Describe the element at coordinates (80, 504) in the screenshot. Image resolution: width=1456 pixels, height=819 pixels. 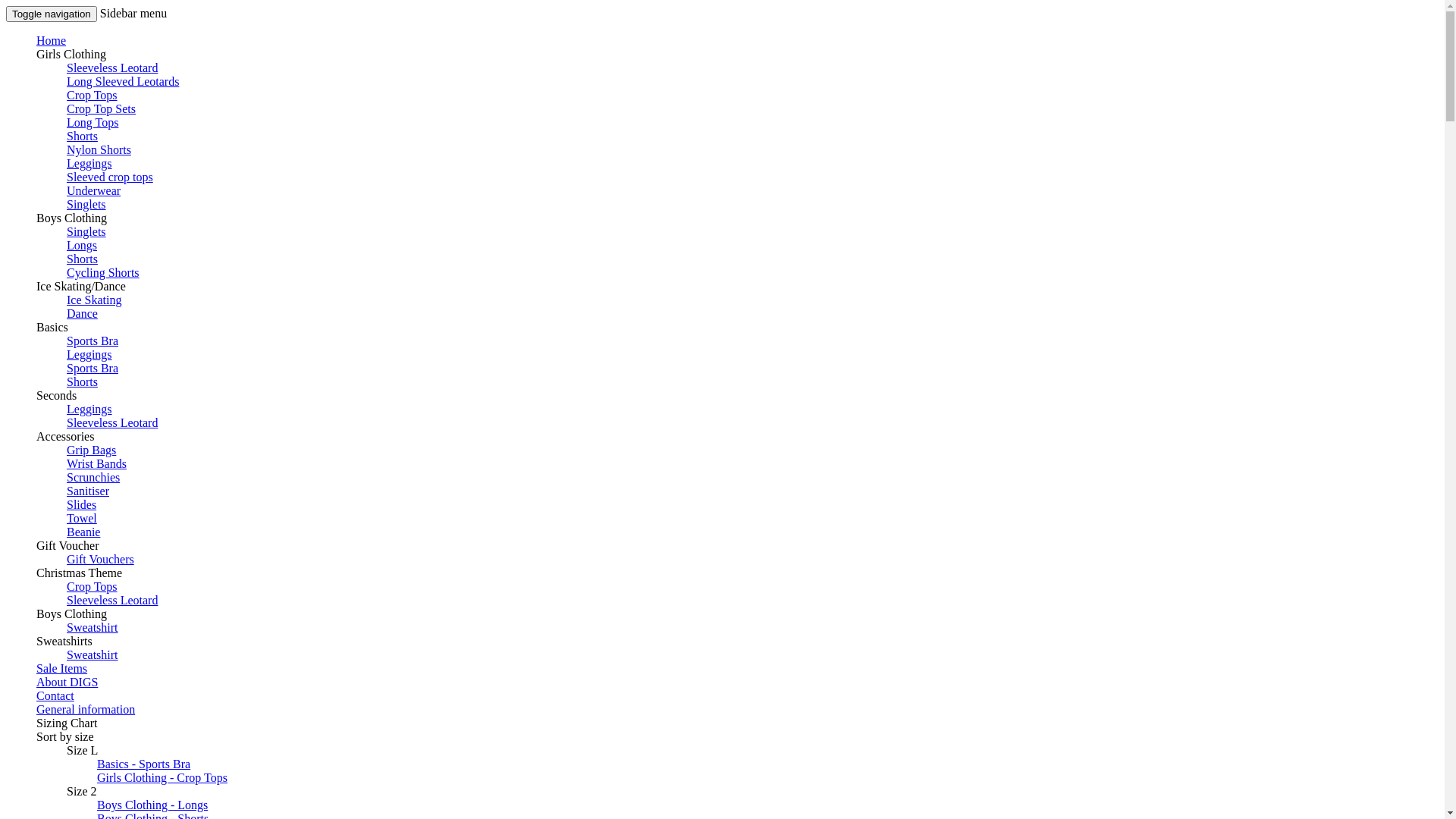
I see `'Slides'` at that location.